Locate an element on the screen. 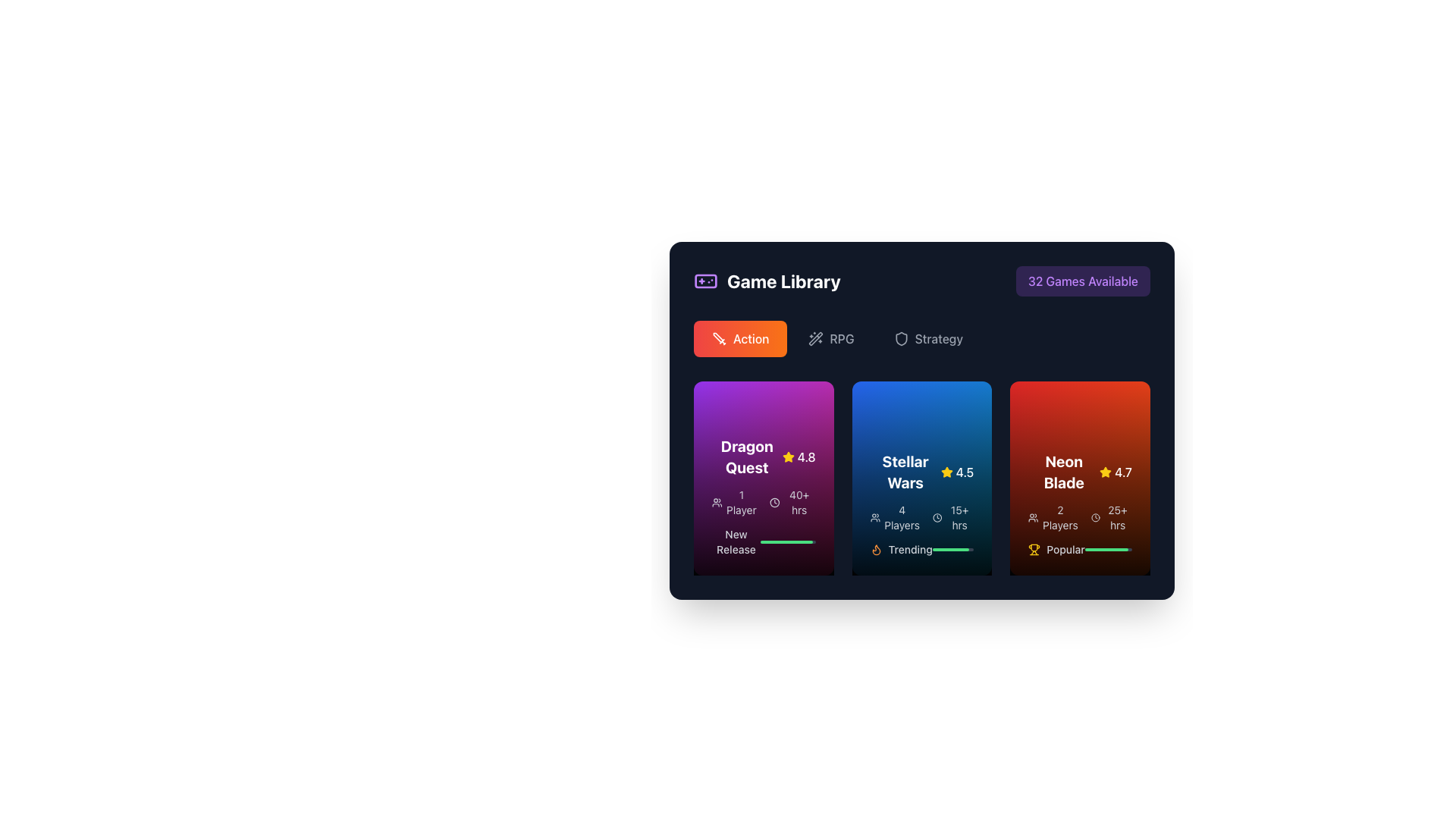  the progress bar of the Status indicator labeled 'Trending', which is located in the bottom section of the 'Stellar Wars' game card, indicating the trend level is located at coordinates (921, 550).